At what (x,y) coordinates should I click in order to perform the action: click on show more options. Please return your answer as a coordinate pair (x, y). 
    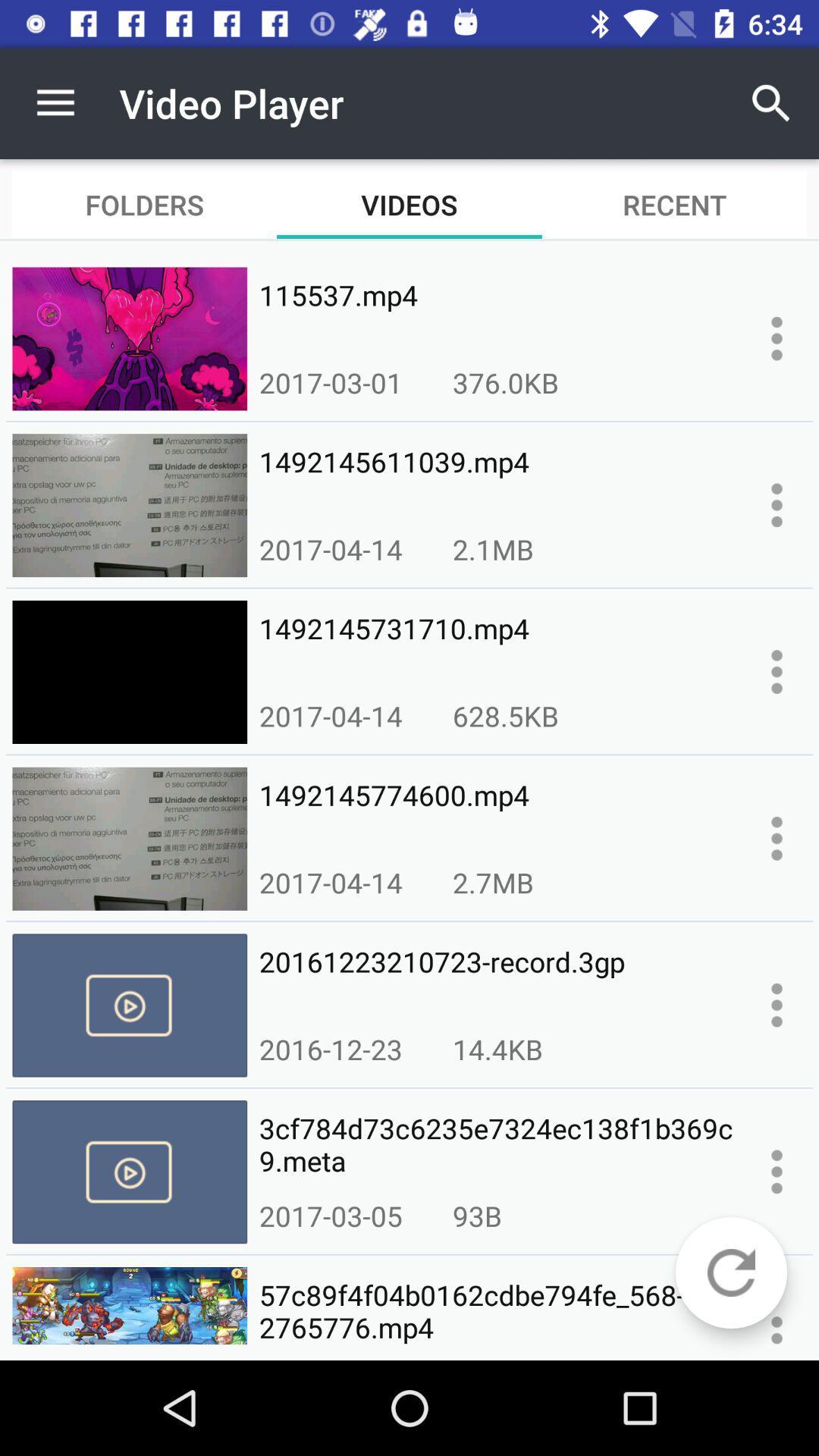
    Looking at the image, I should click on (777, 337).